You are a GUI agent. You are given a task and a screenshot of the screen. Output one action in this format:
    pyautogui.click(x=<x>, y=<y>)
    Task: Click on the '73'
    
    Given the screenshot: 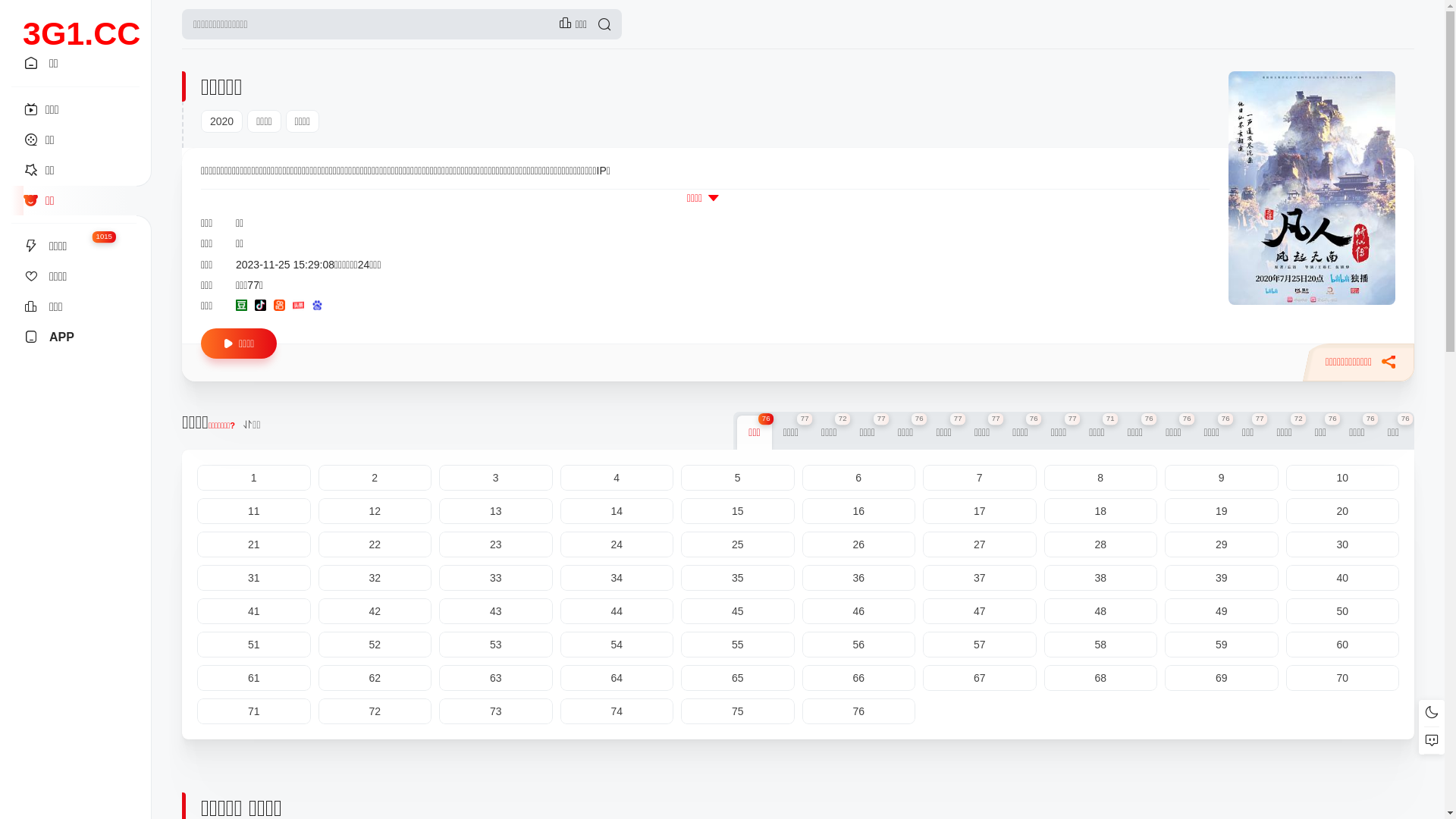 What is the action you would take?
    pyautogui.click(x=495, y=711)
    